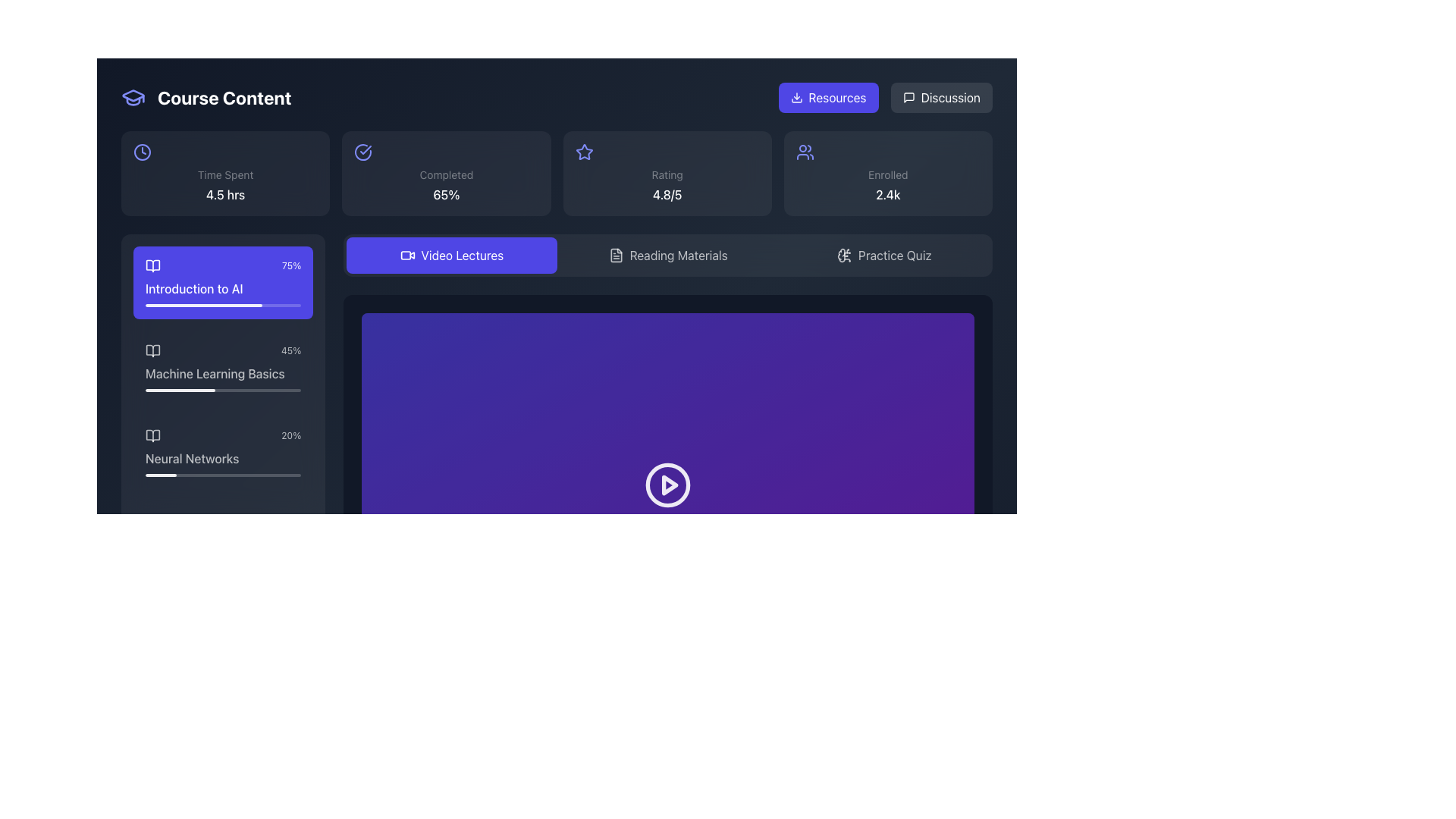  Describe the element at coordinates (291, 435) in the screenshot. I see `the static text element displaying '20%' which is aligned to the right of the 'Neural Networks' course item, within a dark background` at that location.